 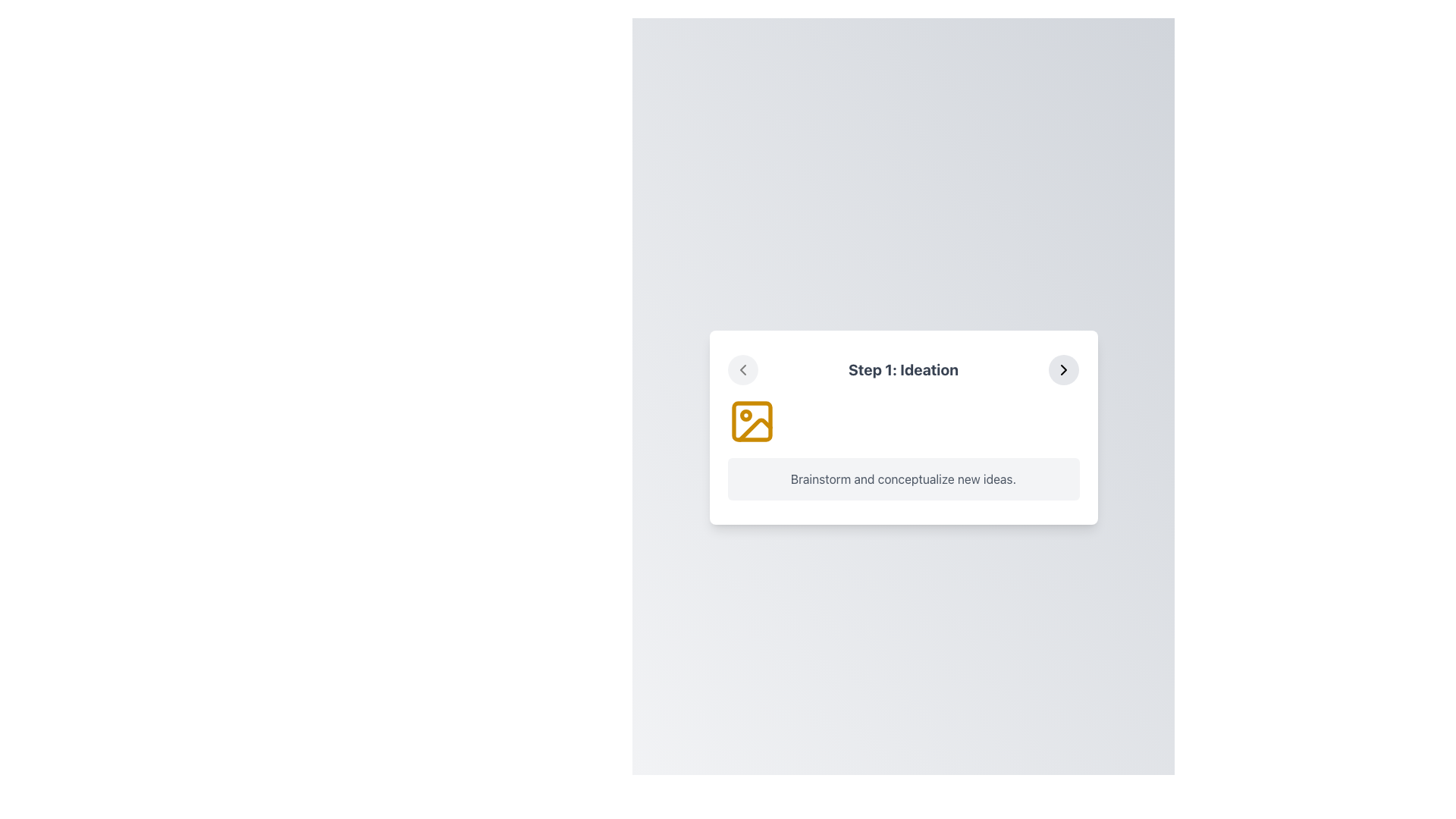 I want to click on the decorative graphical element, a white square with rounded corners and an orange outline, located at the center of the left icon representing an illustration or photograph, next to the 'Step 1: Ideation' title, so click(x=752, y=421).